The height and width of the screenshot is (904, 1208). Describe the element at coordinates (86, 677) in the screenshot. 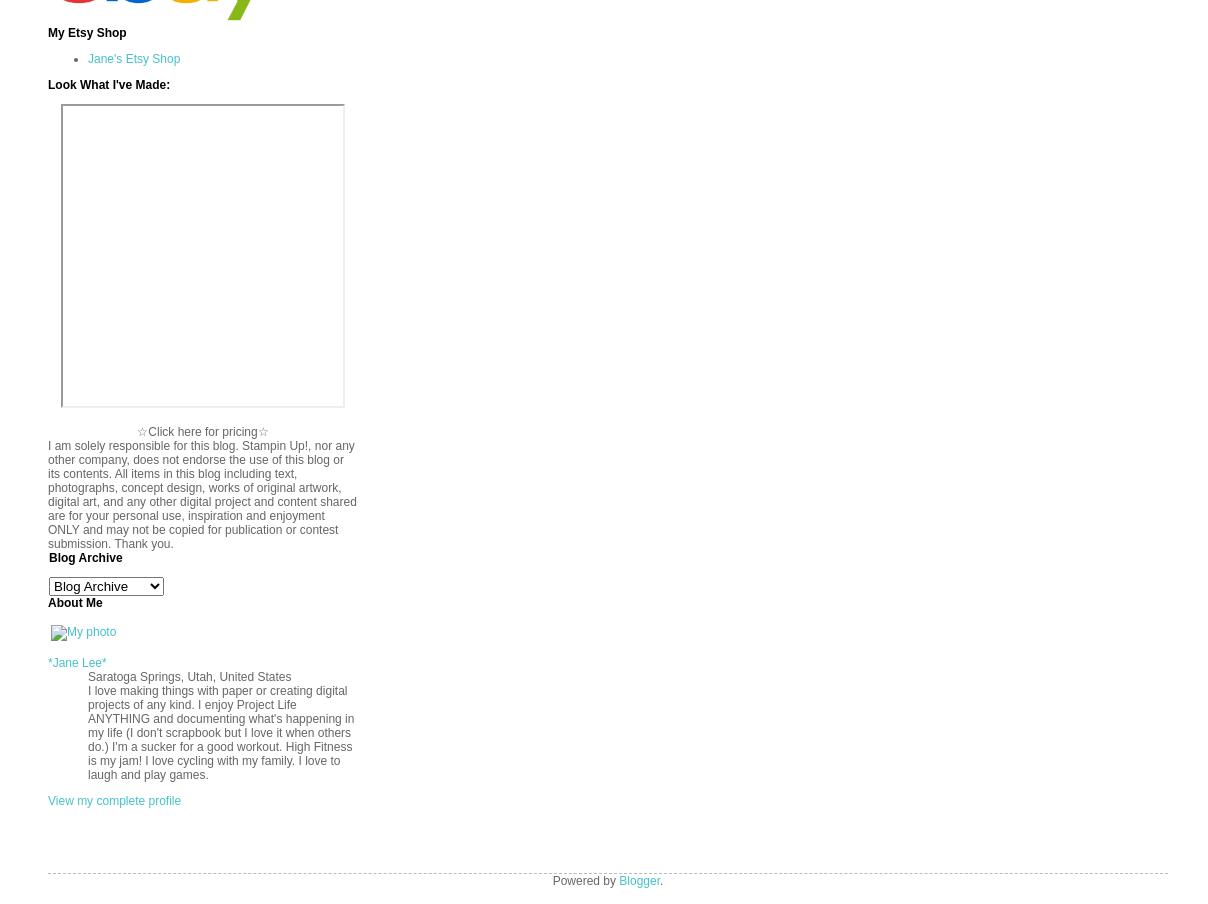

I see `'Saratoga Springs, Utah, United States'` at that location.